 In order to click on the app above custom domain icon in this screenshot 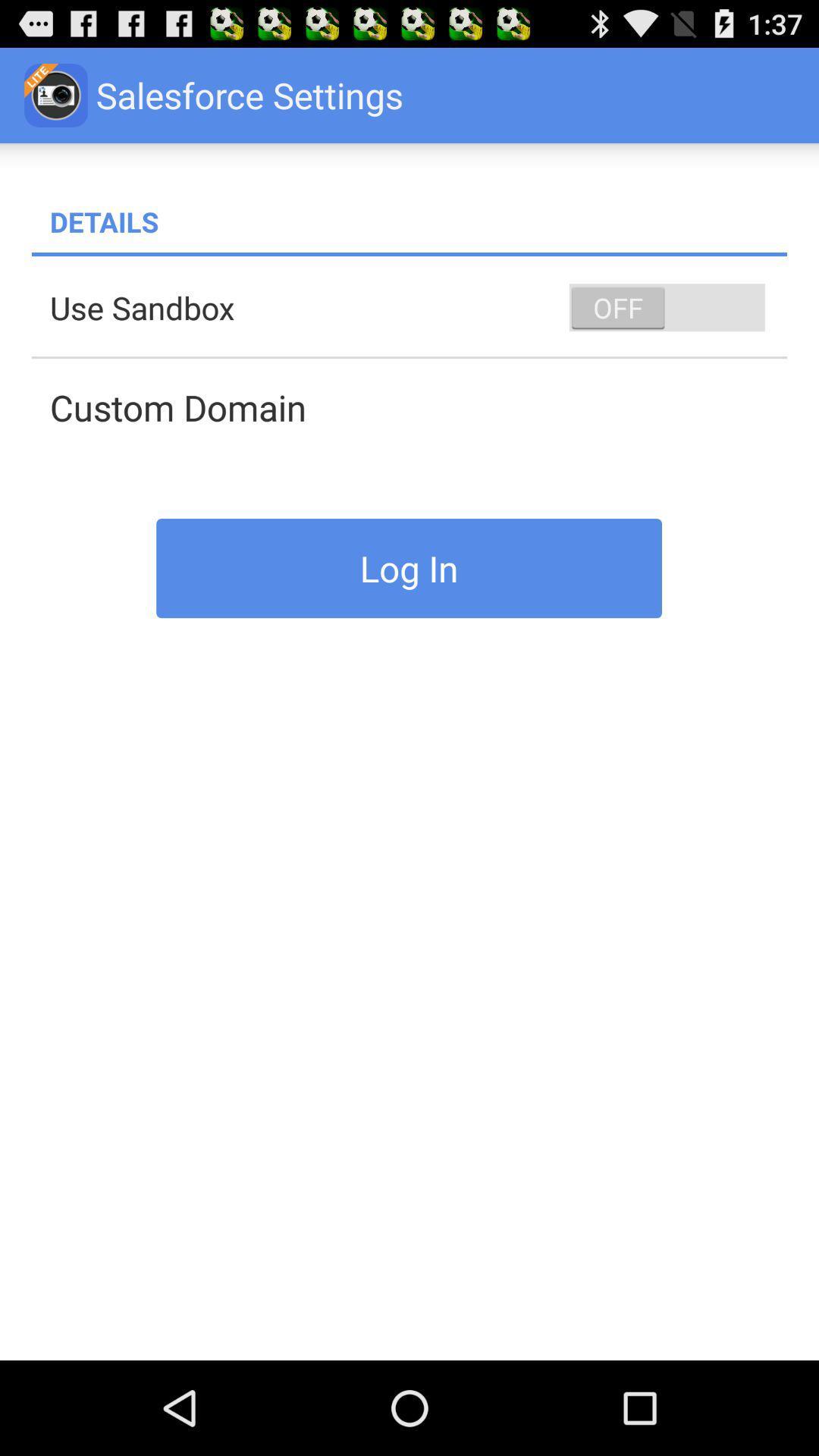, I will do `click(666, 306)`.